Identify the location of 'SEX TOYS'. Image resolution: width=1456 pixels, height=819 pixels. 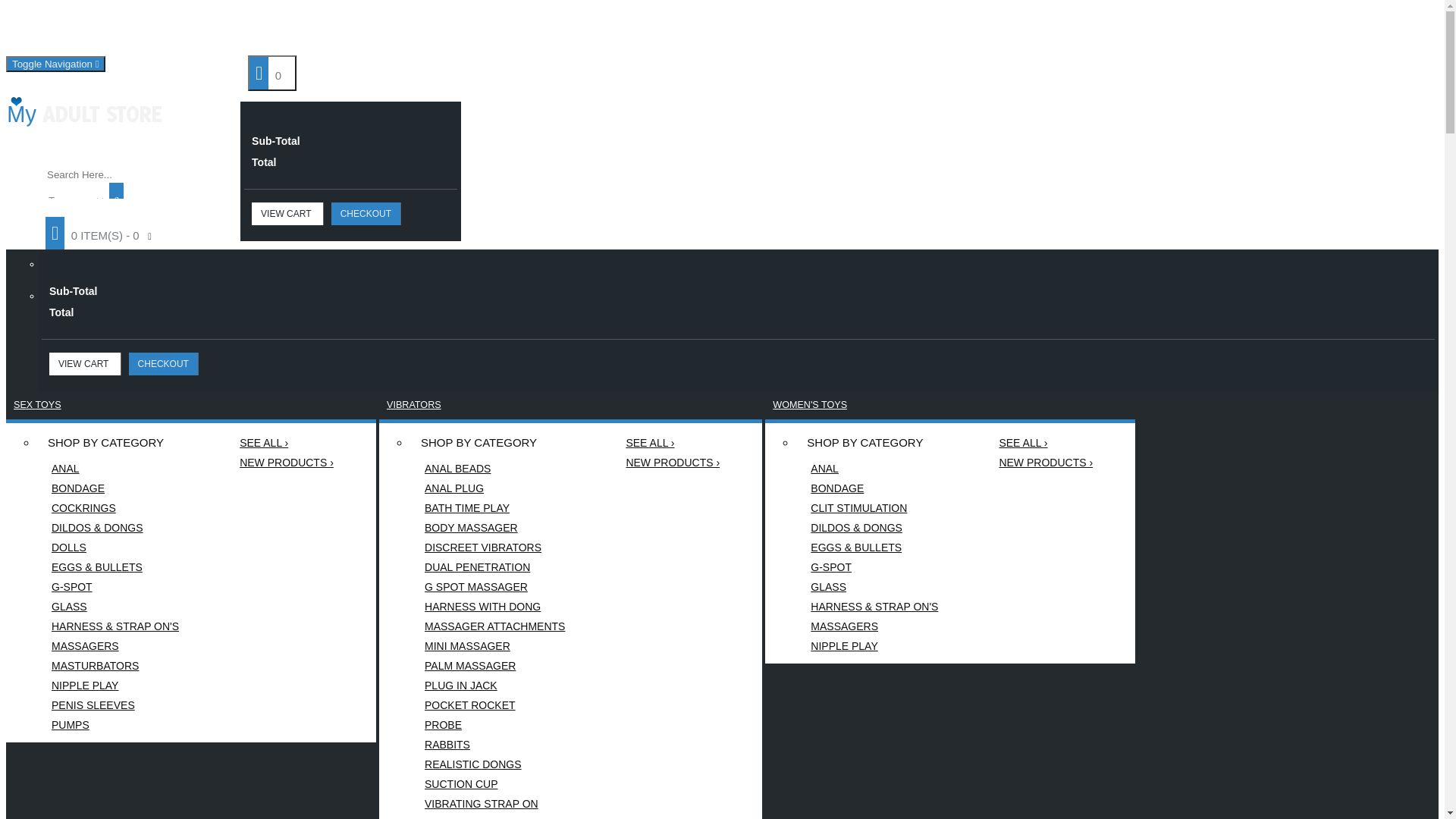
(37, 403).